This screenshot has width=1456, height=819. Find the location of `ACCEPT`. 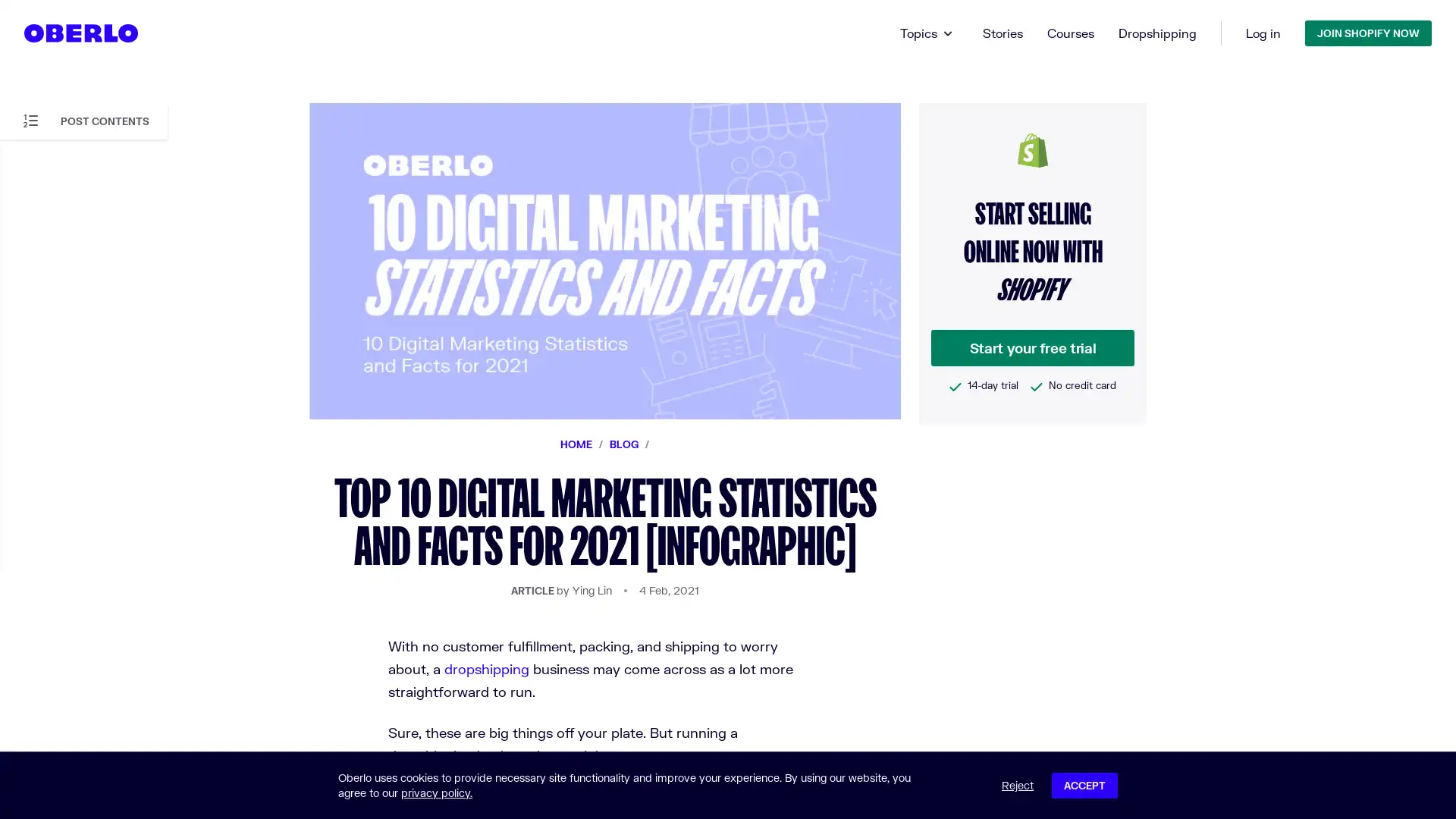

ACCEPT is located at coordinates (1084, 785).